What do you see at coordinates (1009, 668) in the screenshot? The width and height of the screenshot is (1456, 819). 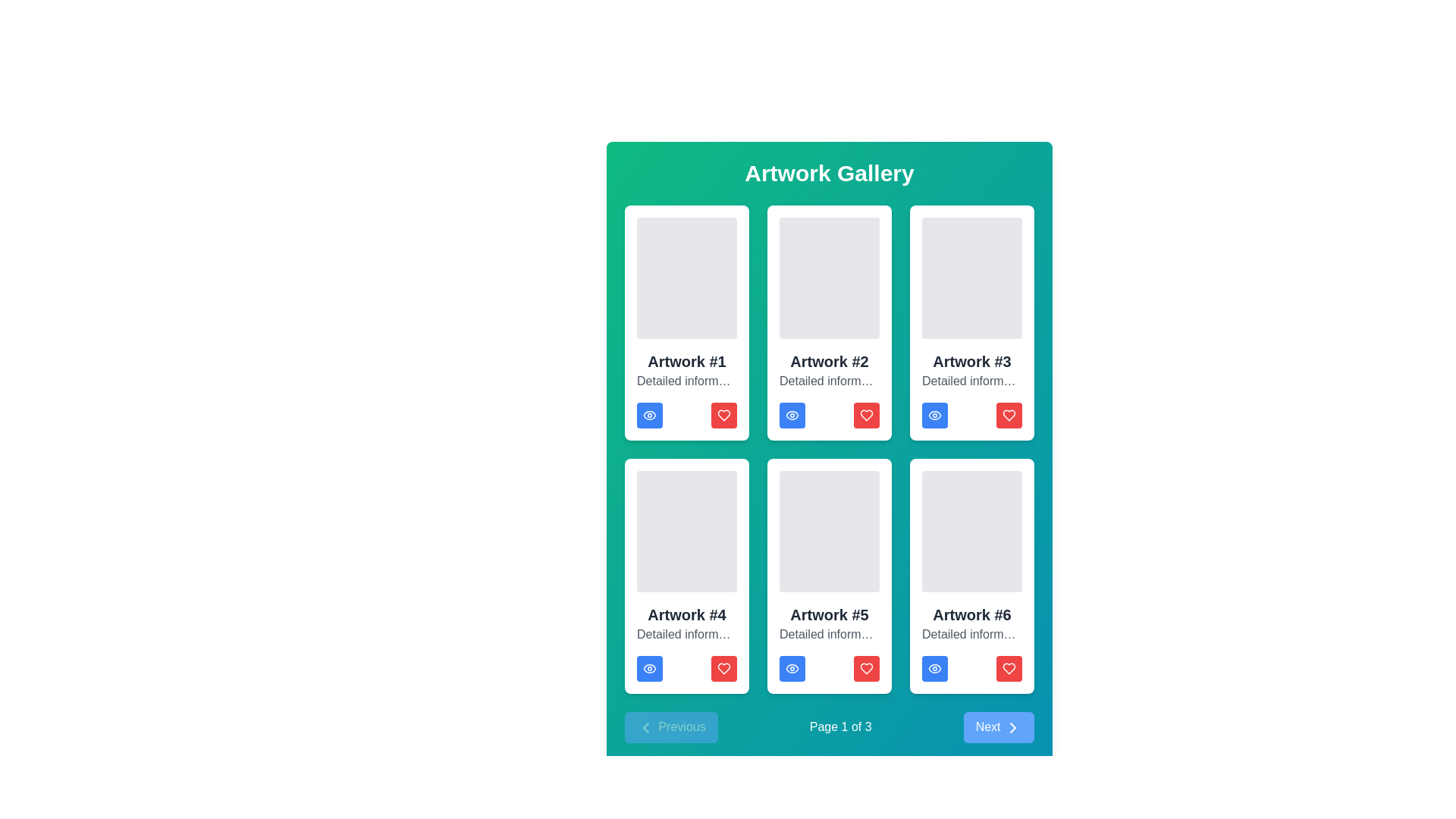 I see `the red heart icon located in the bottom-right corner of the card labeled 'Artwork #5'` at bounding box center [1009, 668].